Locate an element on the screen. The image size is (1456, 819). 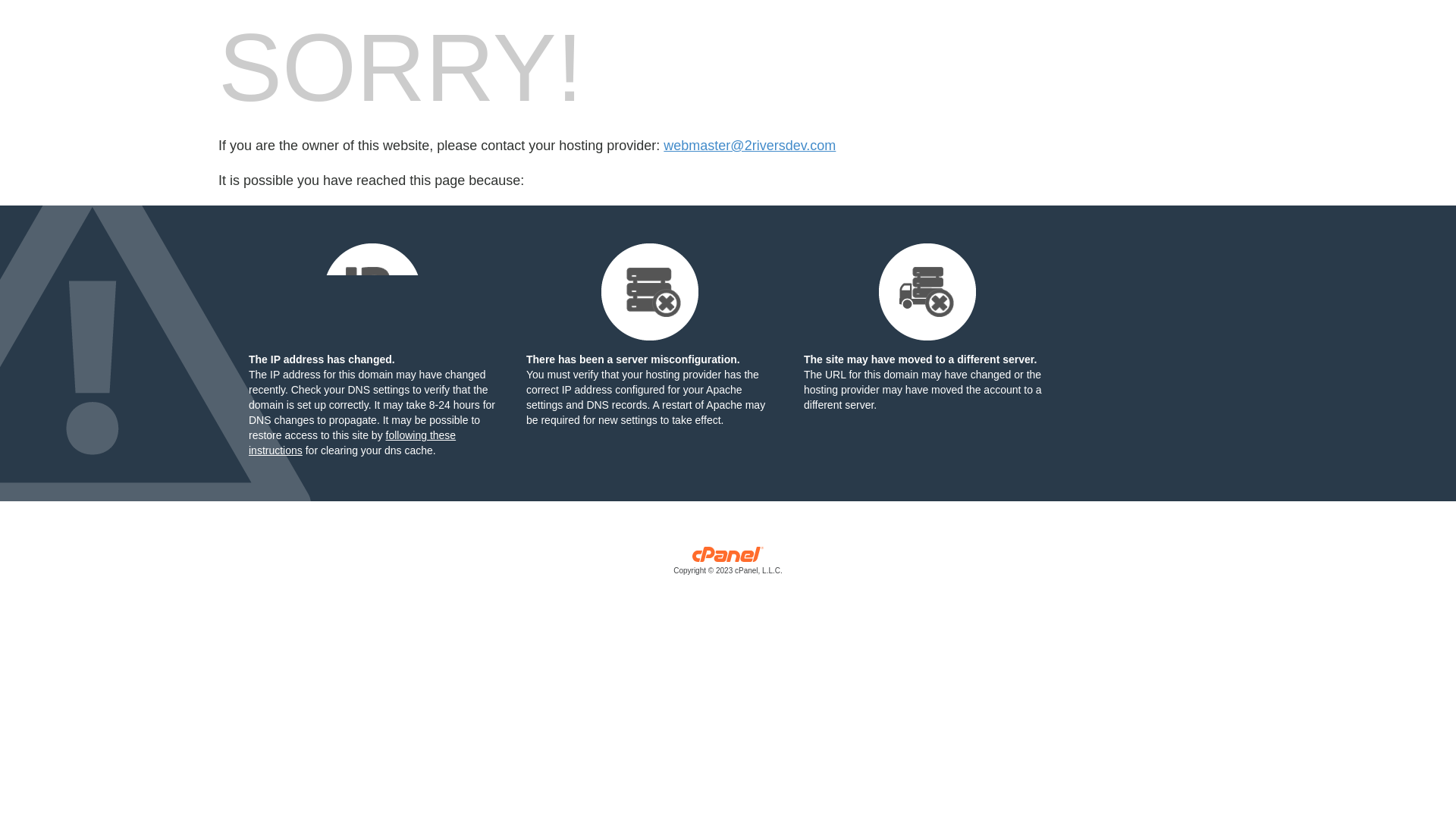
'webmaster@2riversdev.com' is located at coordinates (749, 146).